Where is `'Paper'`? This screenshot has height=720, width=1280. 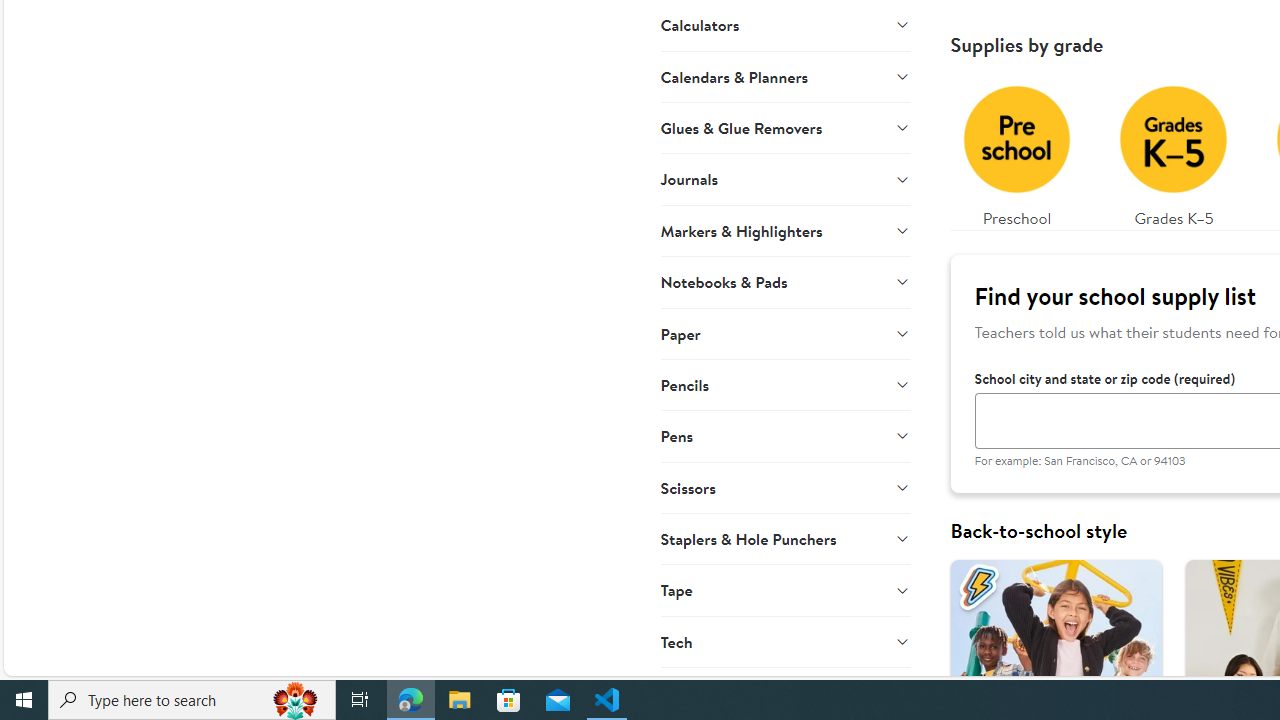 'Paper' is located at coordinates (784, 332).